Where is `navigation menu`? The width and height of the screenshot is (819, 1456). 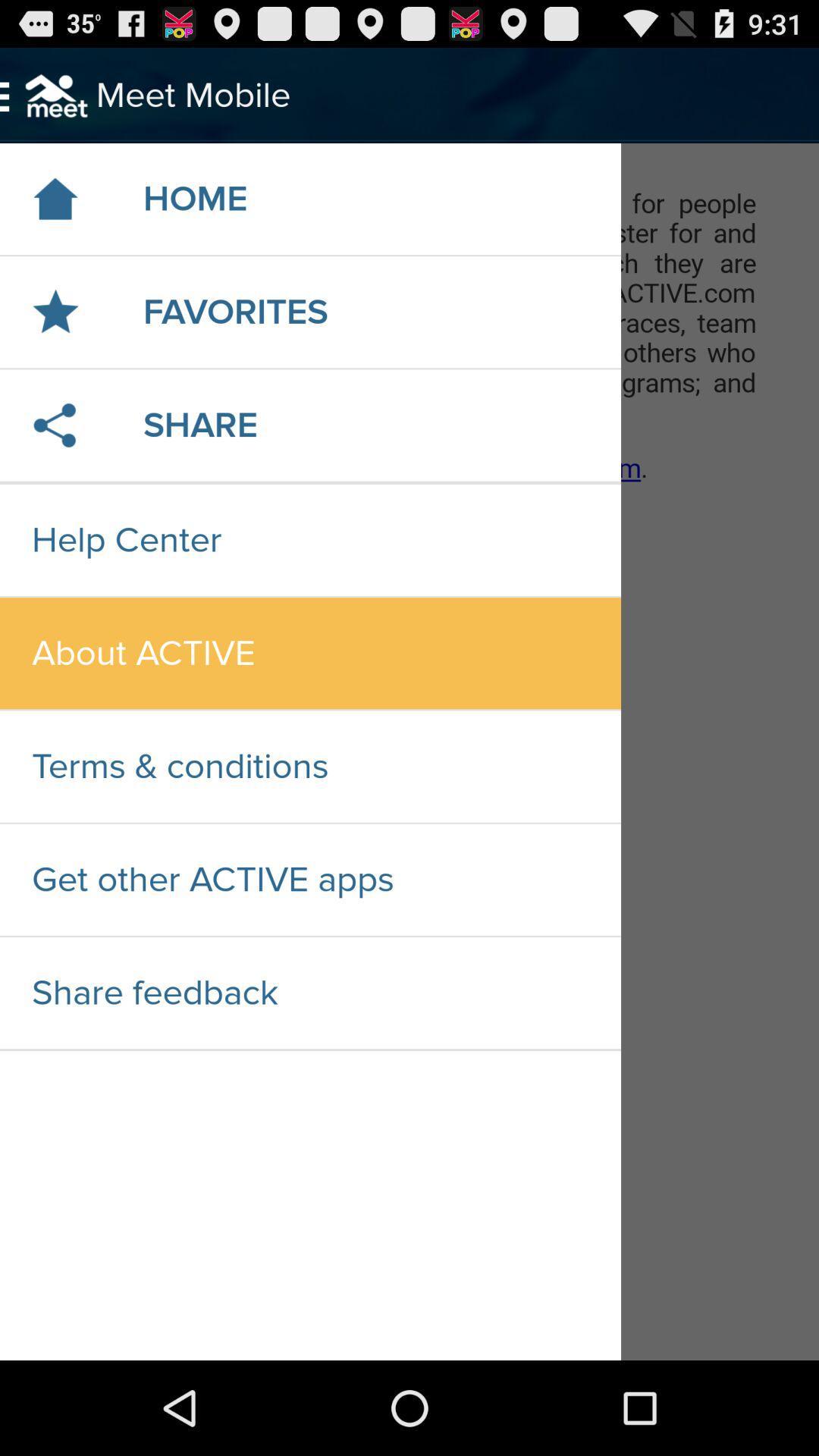 navigation menu is located at coordinates (409, 752).